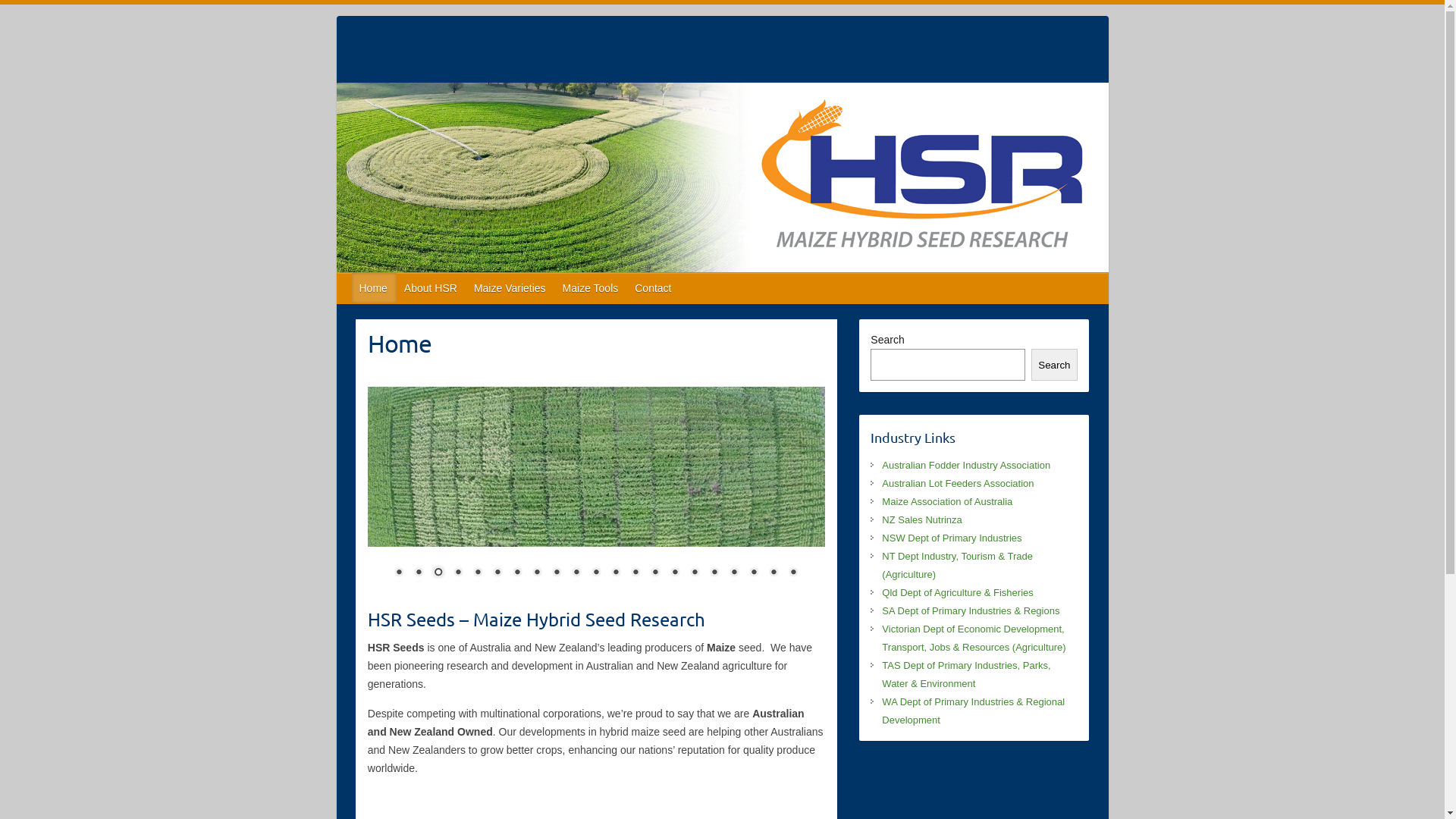  Describe the element at coordinates (881, 519) in the screenshot. I see `'NZ Sales Nutrinza'` at that location.